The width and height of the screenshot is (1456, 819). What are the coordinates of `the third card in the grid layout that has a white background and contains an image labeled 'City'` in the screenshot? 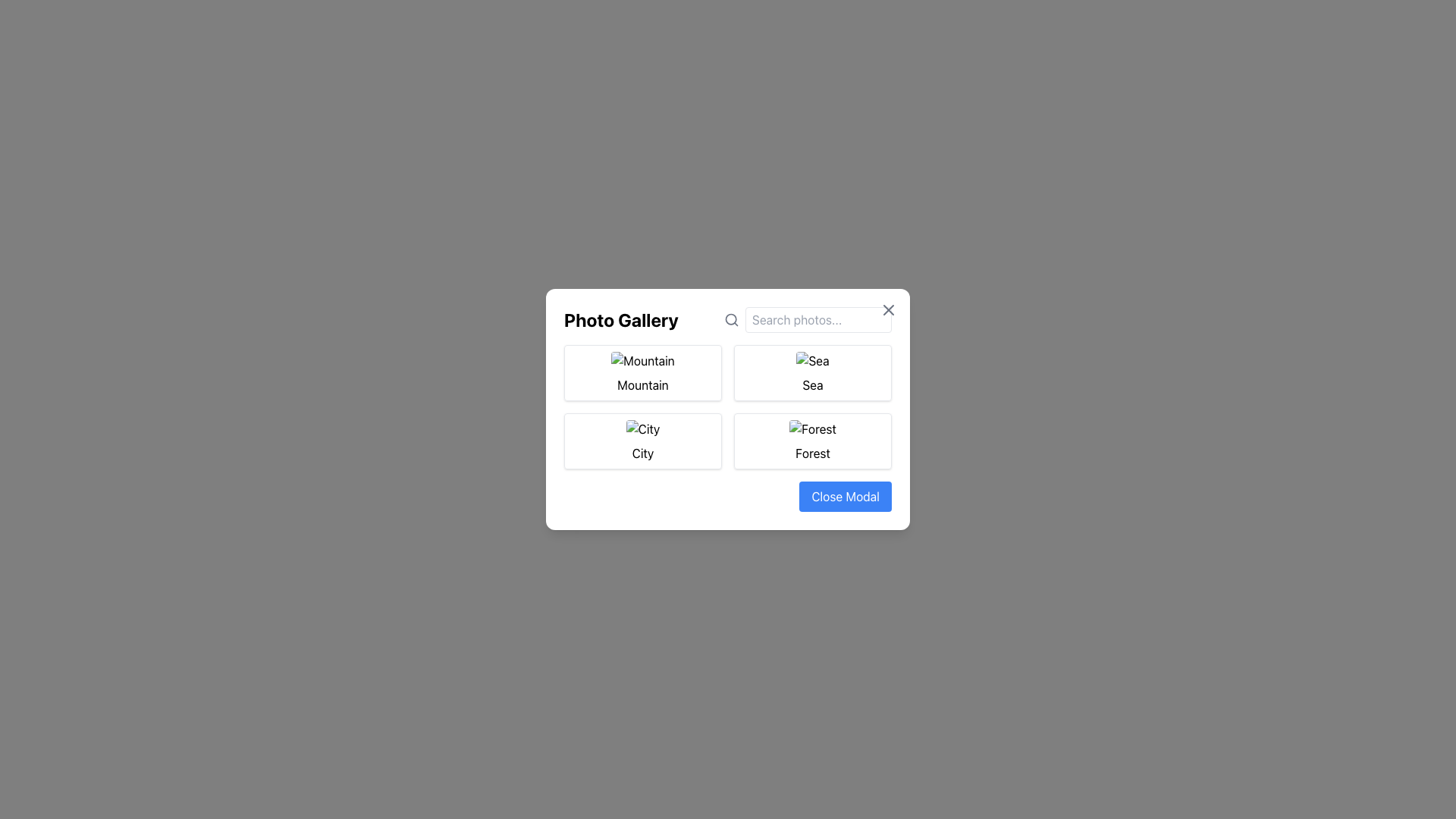 It's located at (643, 441).